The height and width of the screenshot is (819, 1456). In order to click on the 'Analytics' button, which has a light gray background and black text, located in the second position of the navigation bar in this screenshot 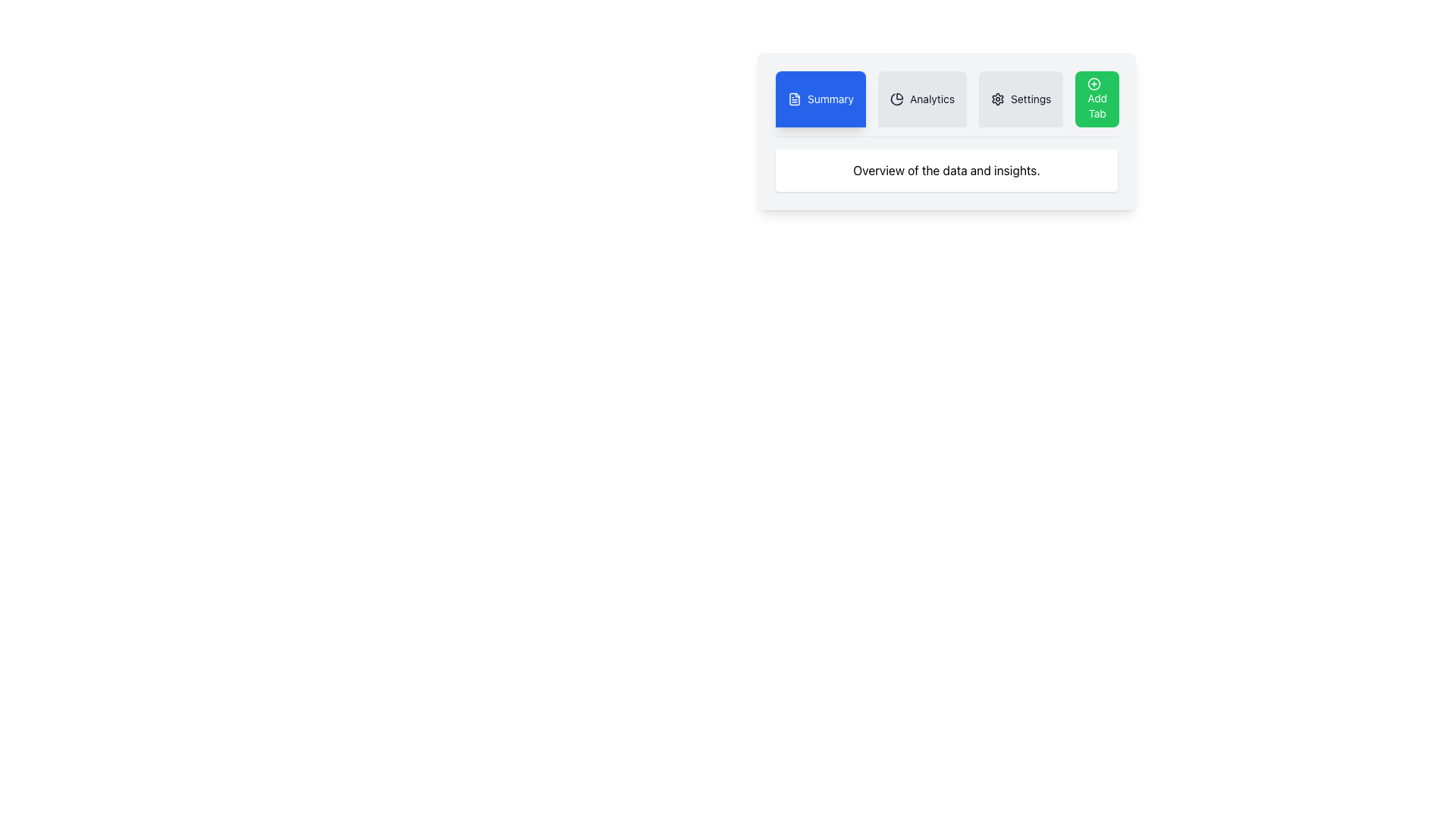, I will do `click(946, 103)`.